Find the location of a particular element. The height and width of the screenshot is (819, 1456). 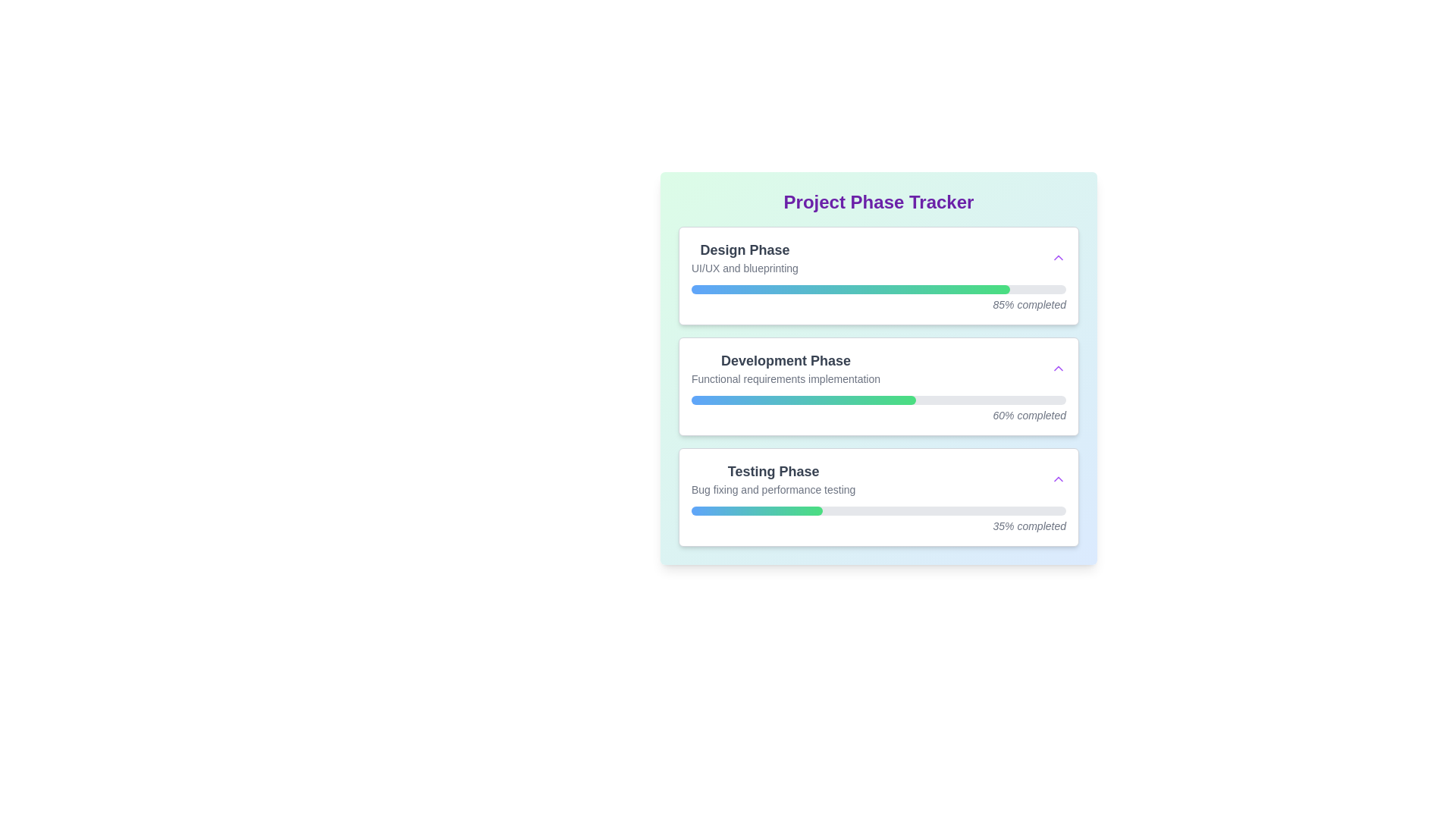

the Progress Bar with Label indicating 85% completion in the 'Design Phase' section of the 'Project Phase Tracker' is located at coordinates (878, 298).